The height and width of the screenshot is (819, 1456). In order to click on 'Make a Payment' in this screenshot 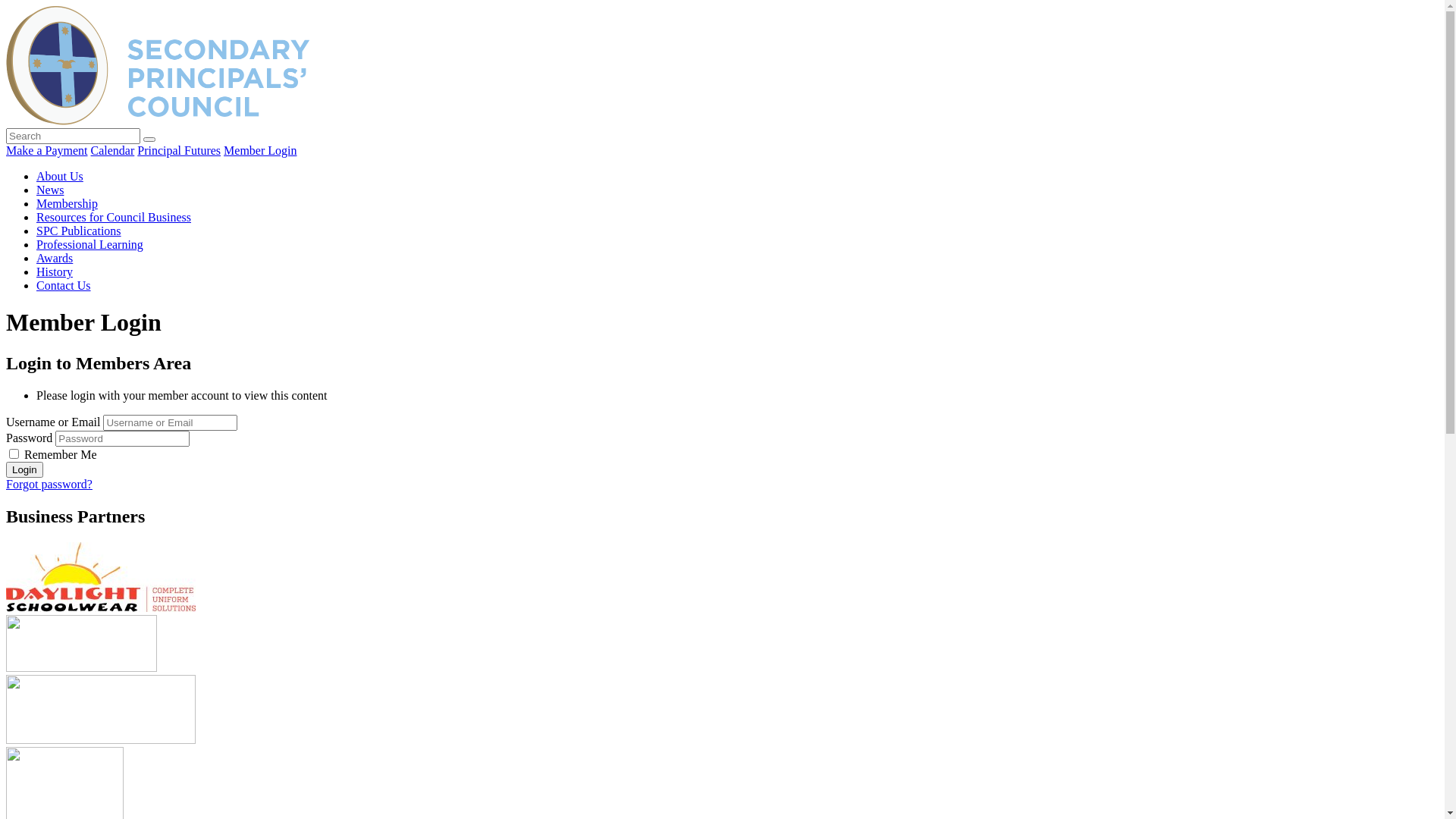, I will do `click(47, 150)`.